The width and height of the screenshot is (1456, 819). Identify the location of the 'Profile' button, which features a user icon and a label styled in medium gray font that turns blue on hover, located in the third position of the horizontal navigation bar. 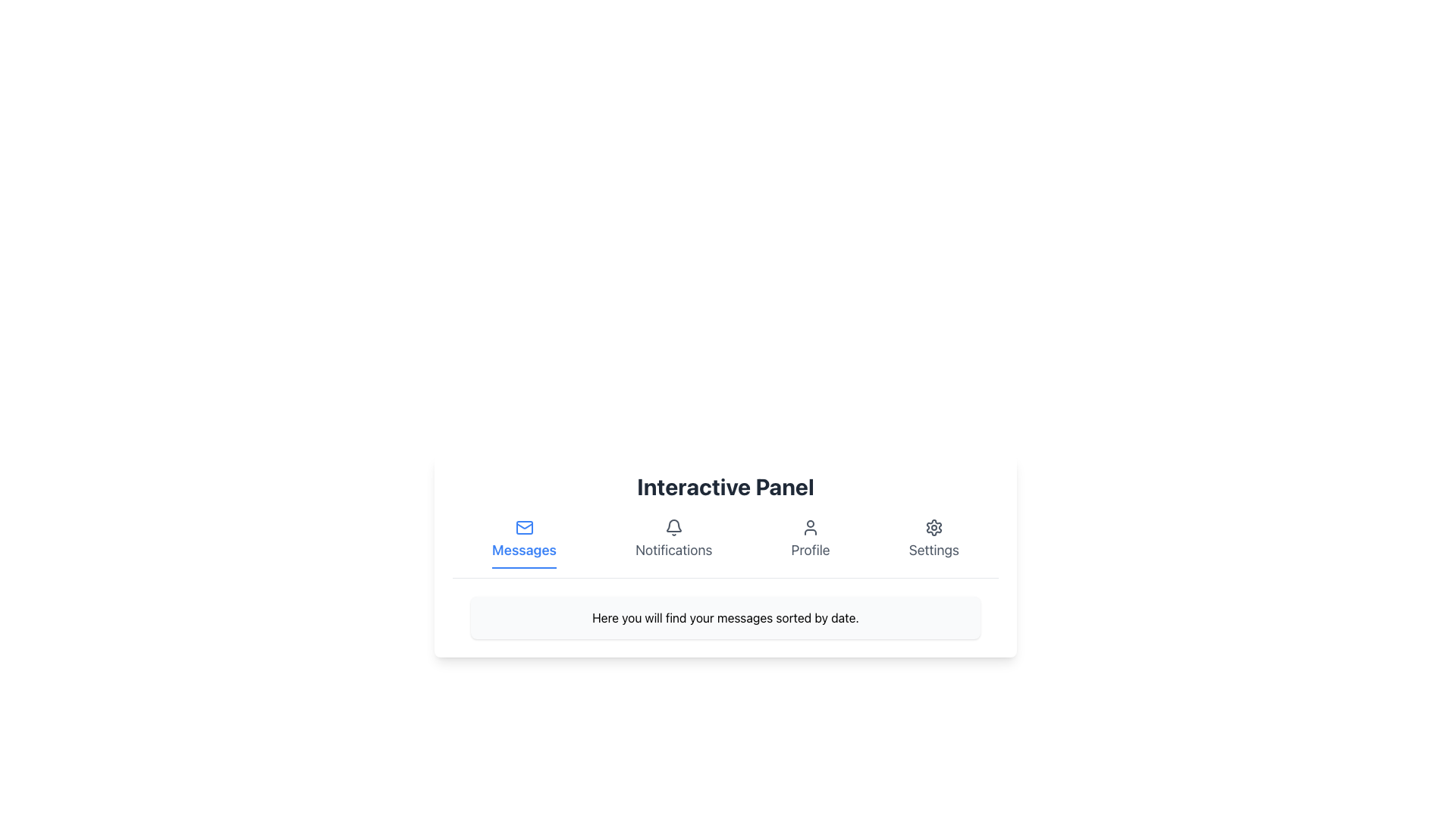
(810, 543).